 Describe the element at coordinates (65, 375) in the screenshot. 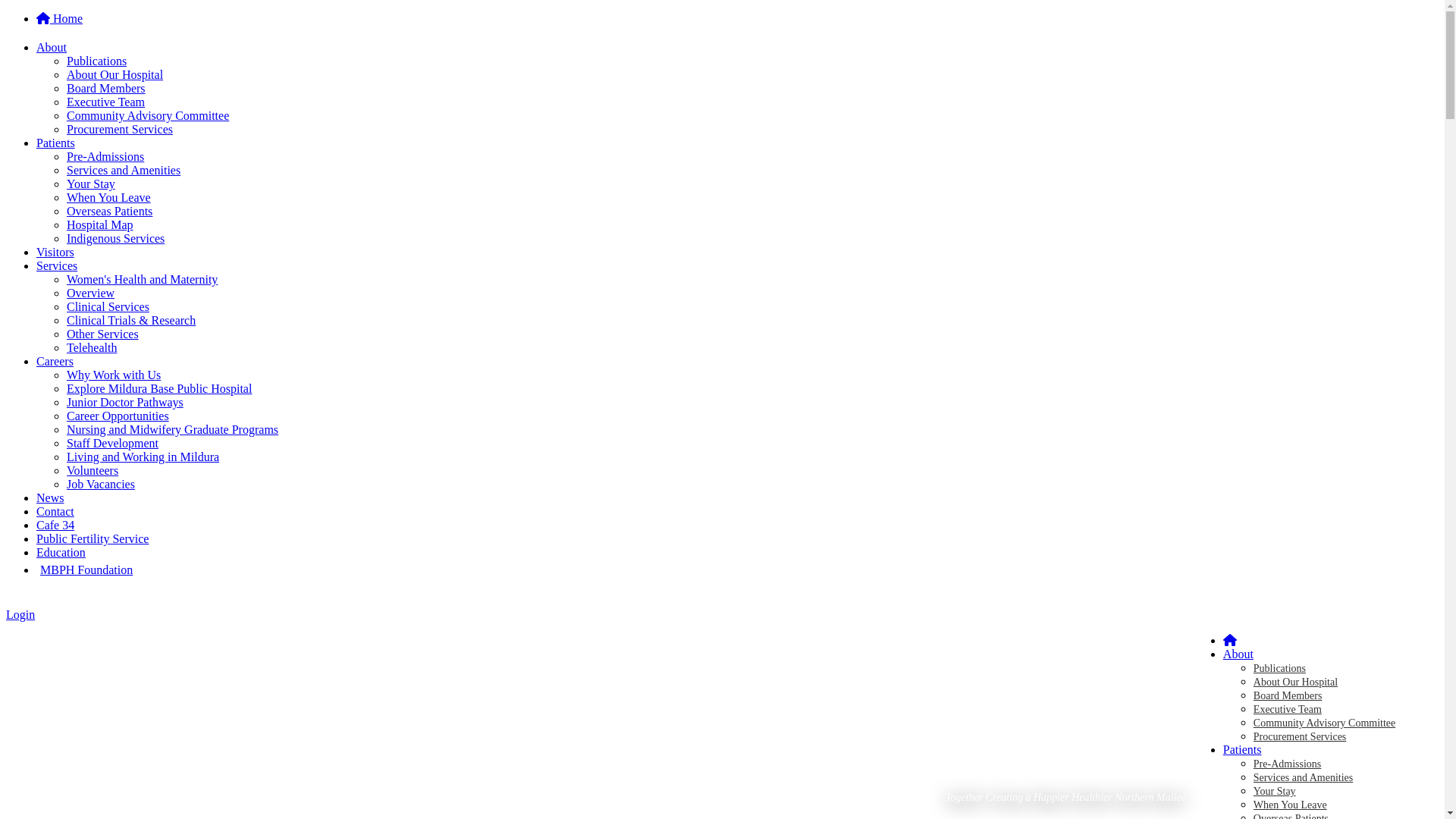

I see `'Why Work with Us'` at that location.